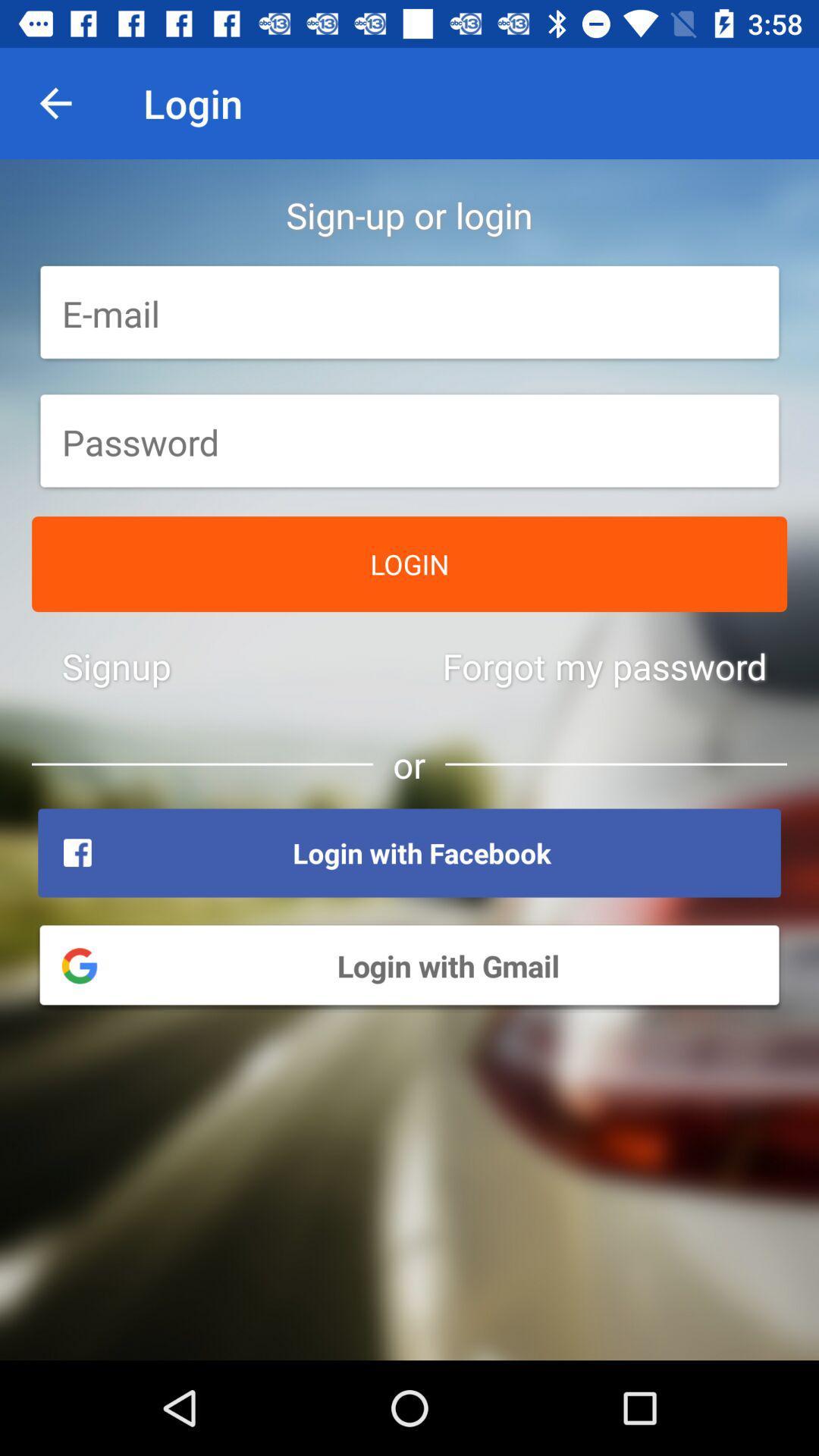 The image size is (819, 1456). What do you see at coordinates (604, 666) in the screenshot?
I see `icon below login` at bounding box center [604, 666].